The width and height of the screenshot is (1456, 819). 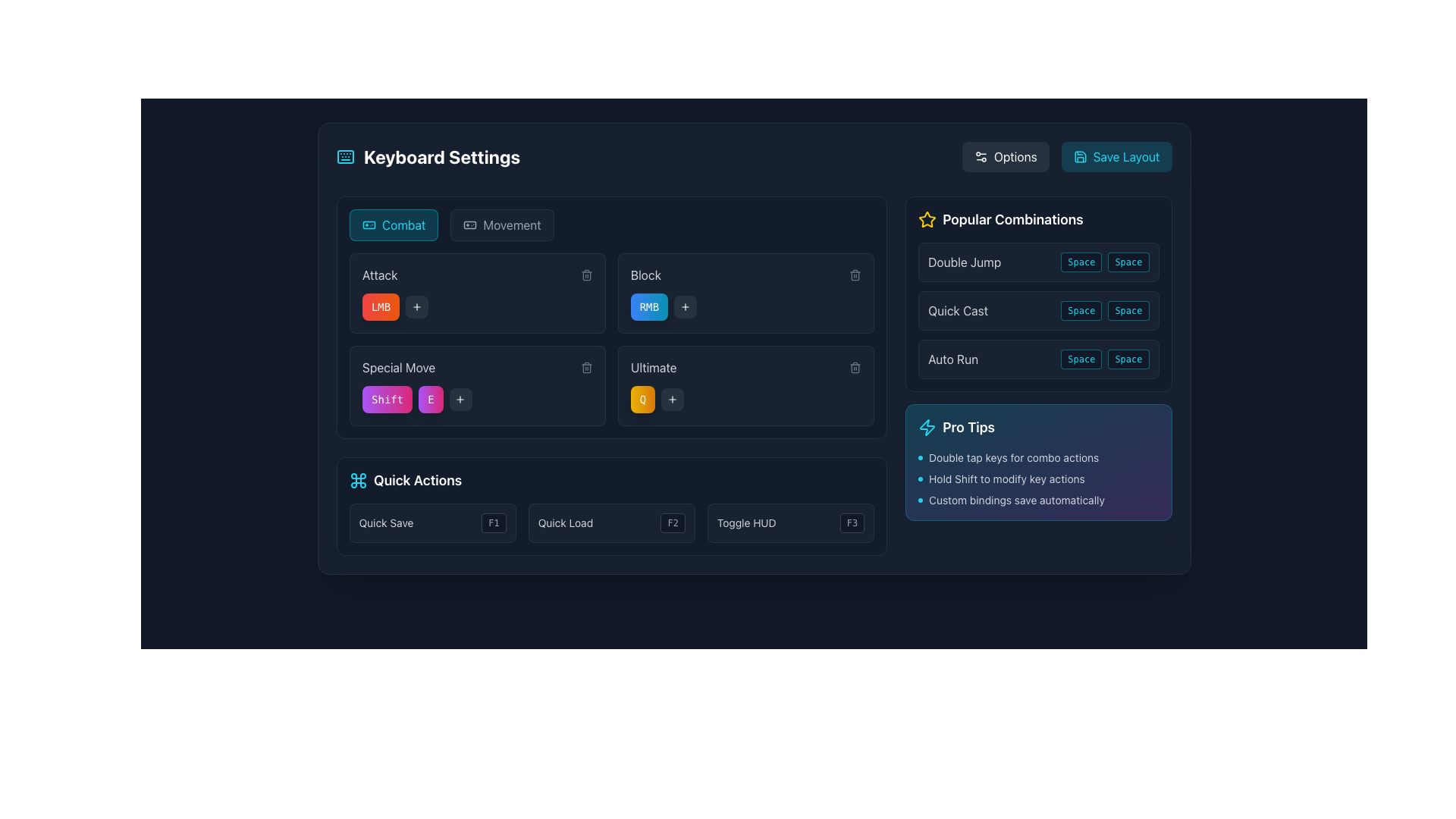 What do you see at coordinates (344, 157) in the screenshot?
I see `the 'Keyboard Settings' icon located to the left of the 'Keyboard Settings' title in the top-left area of the main content` at bounding box center [344, 157].